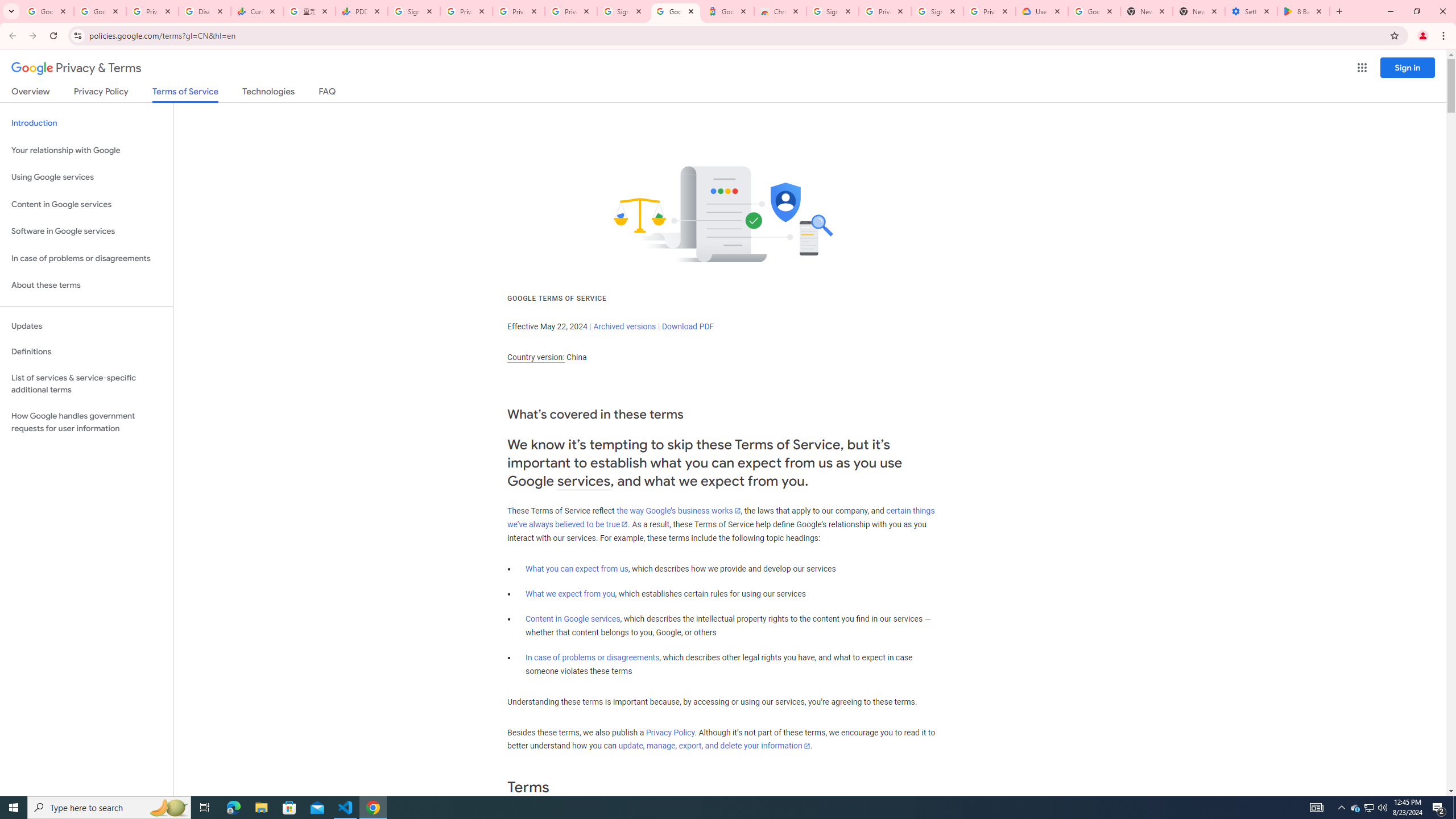 This screenshot has height=819, width=1456. What do you see at coordinates (1251, 11) in the screenshot?
I see `'Settings - System'` at bounding box center [1251, 11].